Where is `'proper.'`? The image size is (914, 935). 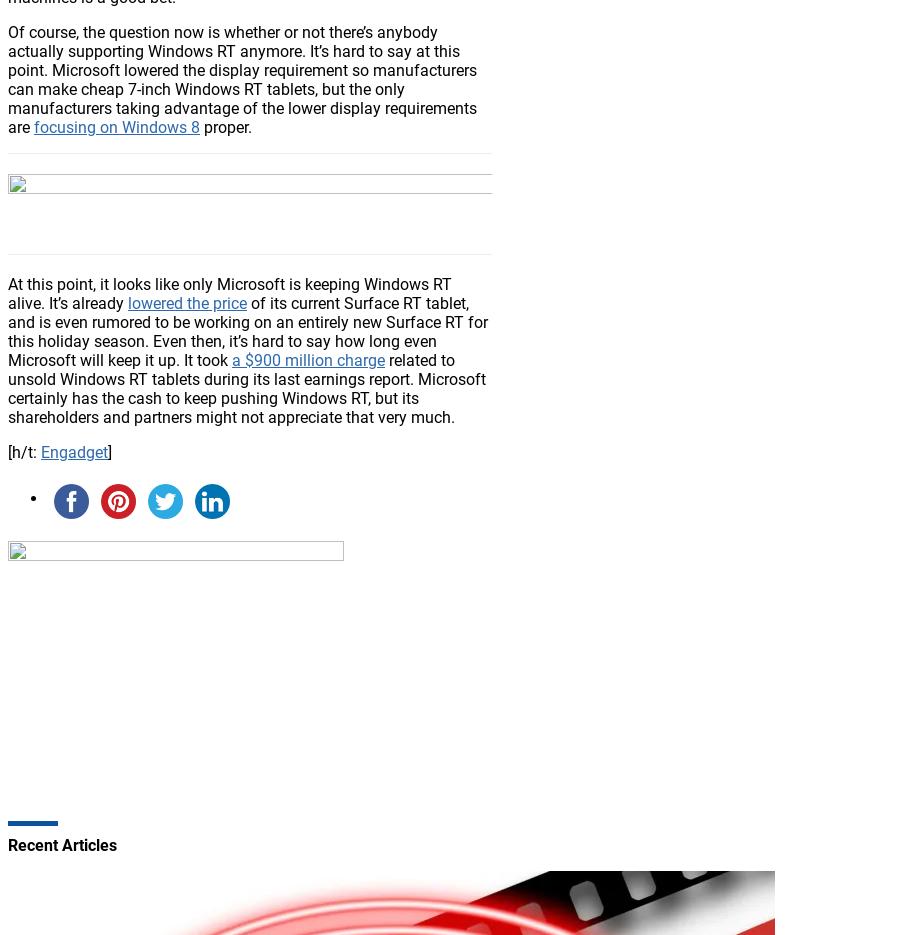 'proper.' is located at coordinates (226, 125).